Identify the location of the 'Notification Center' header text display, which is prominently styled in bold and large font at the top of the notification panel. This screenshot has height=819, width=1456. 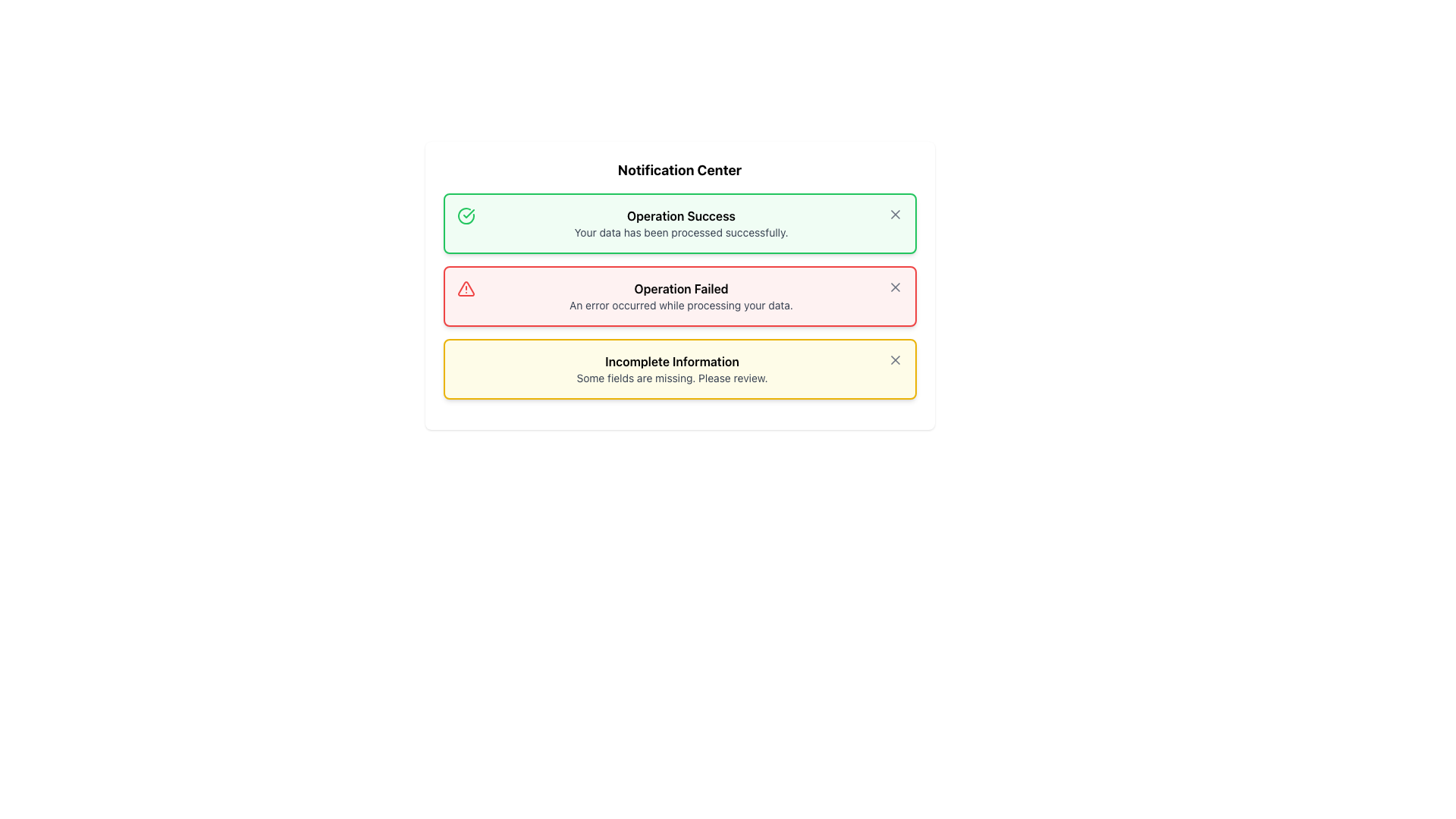
(679, 170).